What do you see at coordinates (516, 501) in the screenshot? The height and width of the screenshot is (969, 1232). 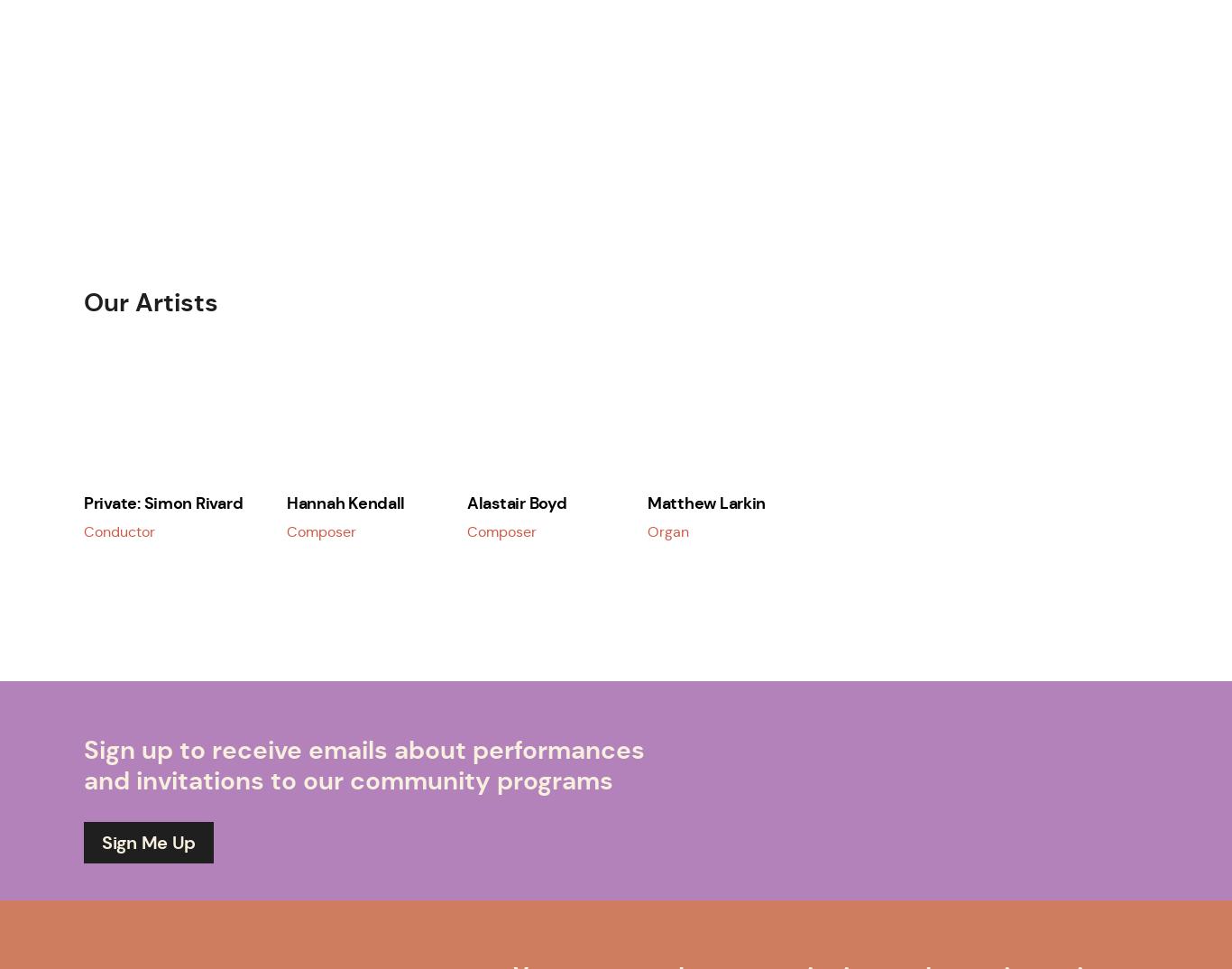 I see `'Alastair Boyd'` at bounding box center [516, 501].